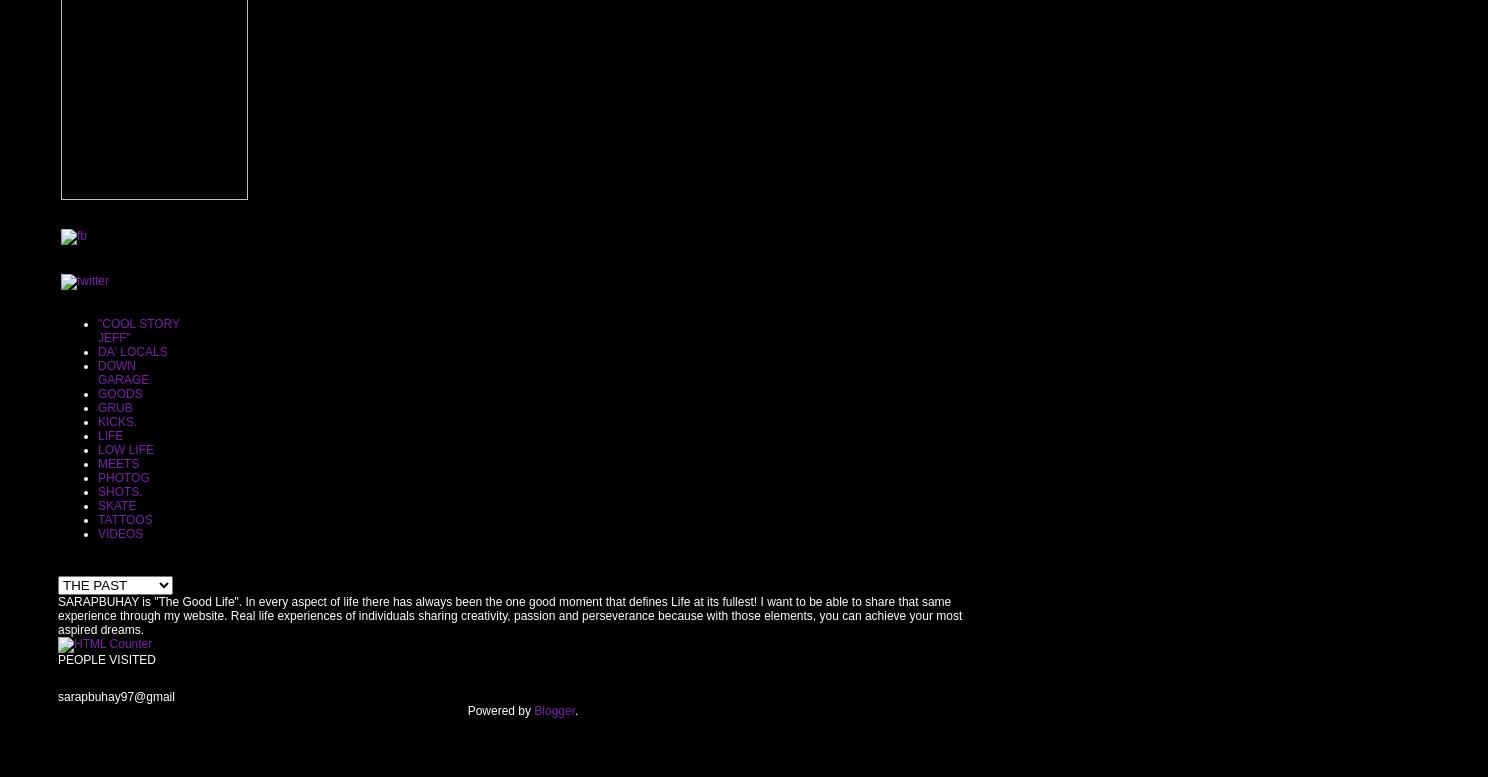  Describe the element at coordinates (57, 696) in the screenshot. I see `'sarapbuhay97@gmail'` at that location.